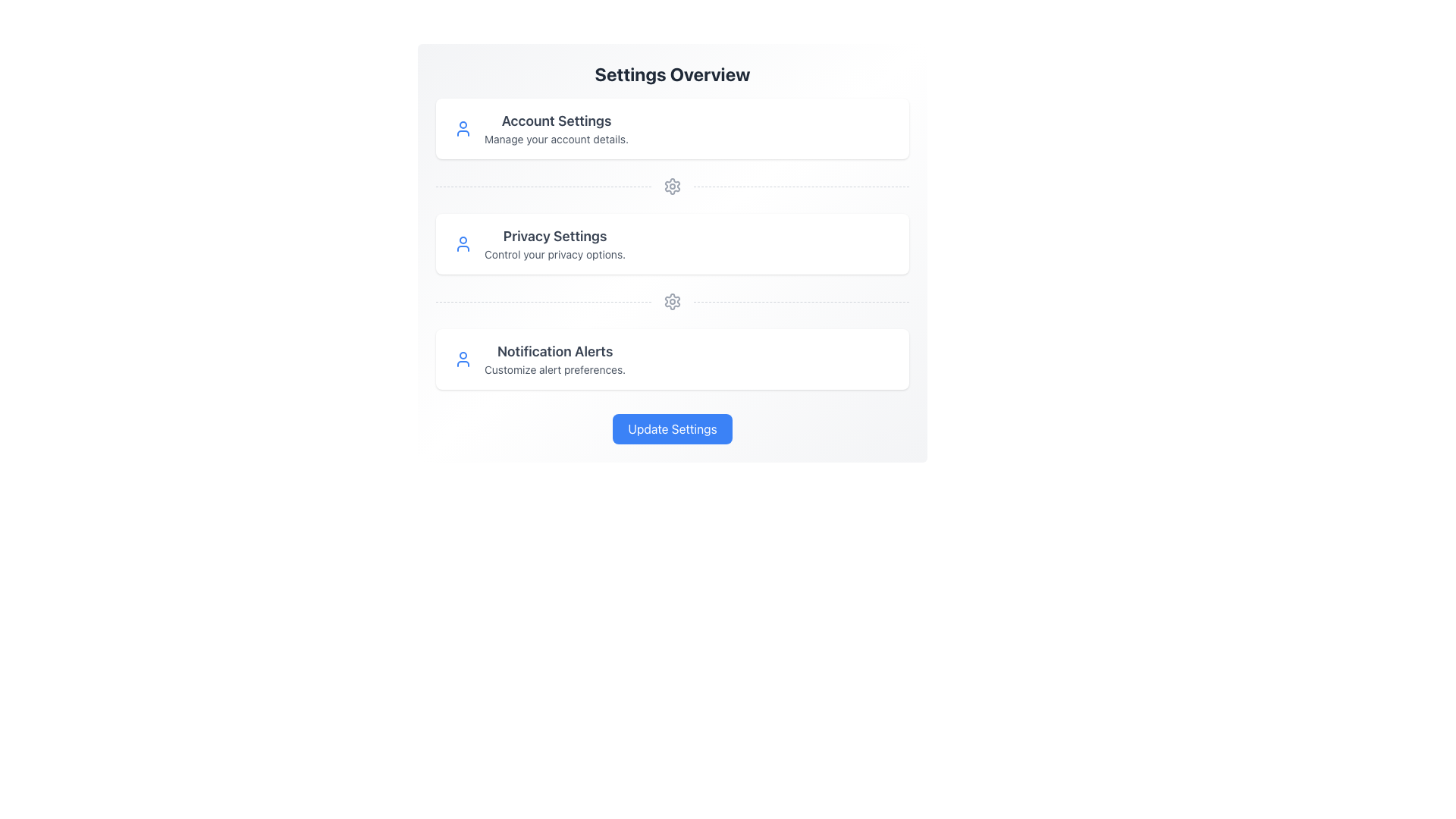 The width and height of the screenshot is (1456, 819). What do you see at coordinates (554, 370) in the screenshot?
I see `the Text Label that describes the 'Notification Alerts' section, located in the bottom panel beneath its header` at bounding box center [554, 370].